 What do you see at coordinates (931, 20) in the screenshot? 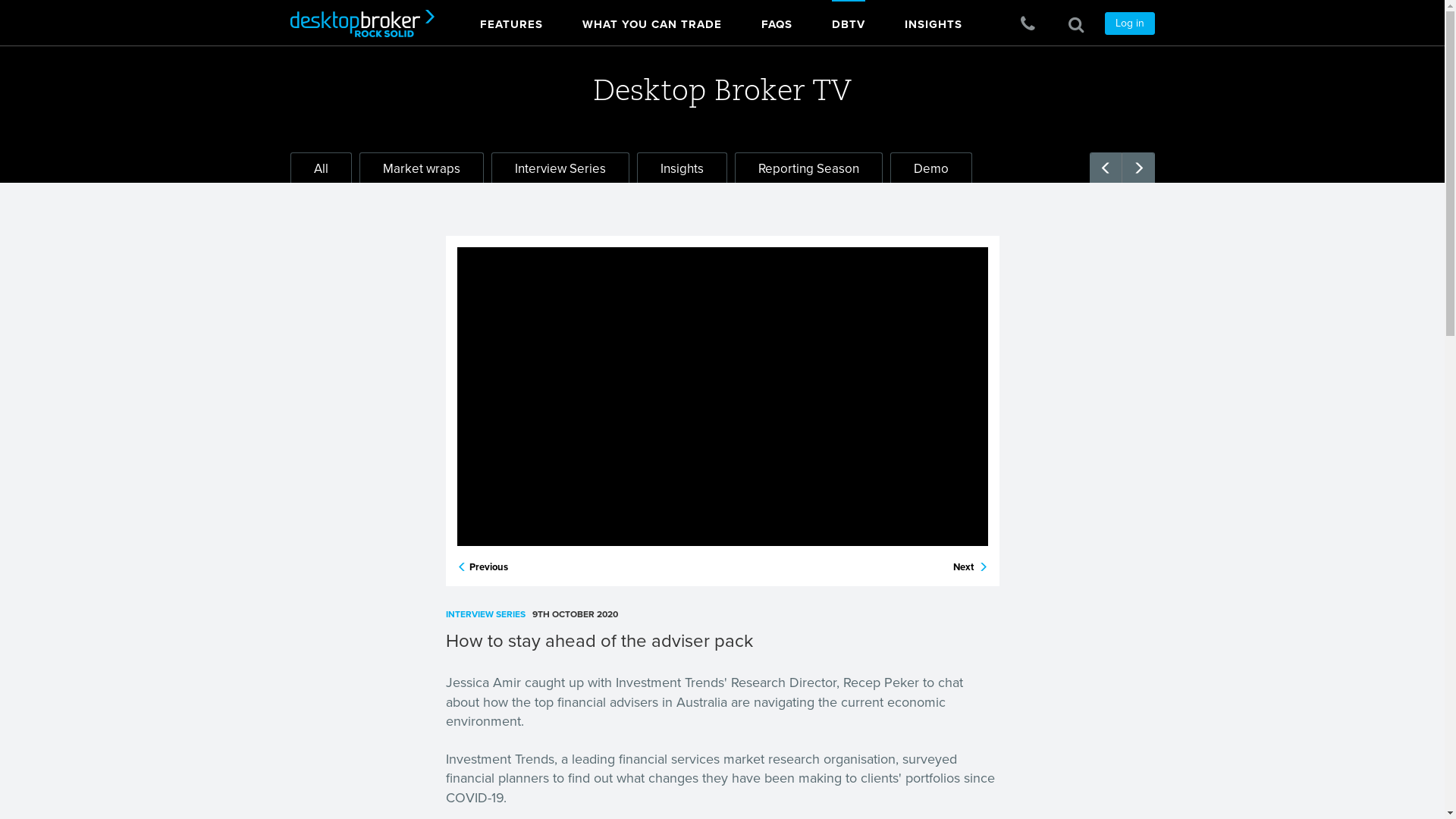
I see `'INSIGHTS'` at bounding box center [931, 20].